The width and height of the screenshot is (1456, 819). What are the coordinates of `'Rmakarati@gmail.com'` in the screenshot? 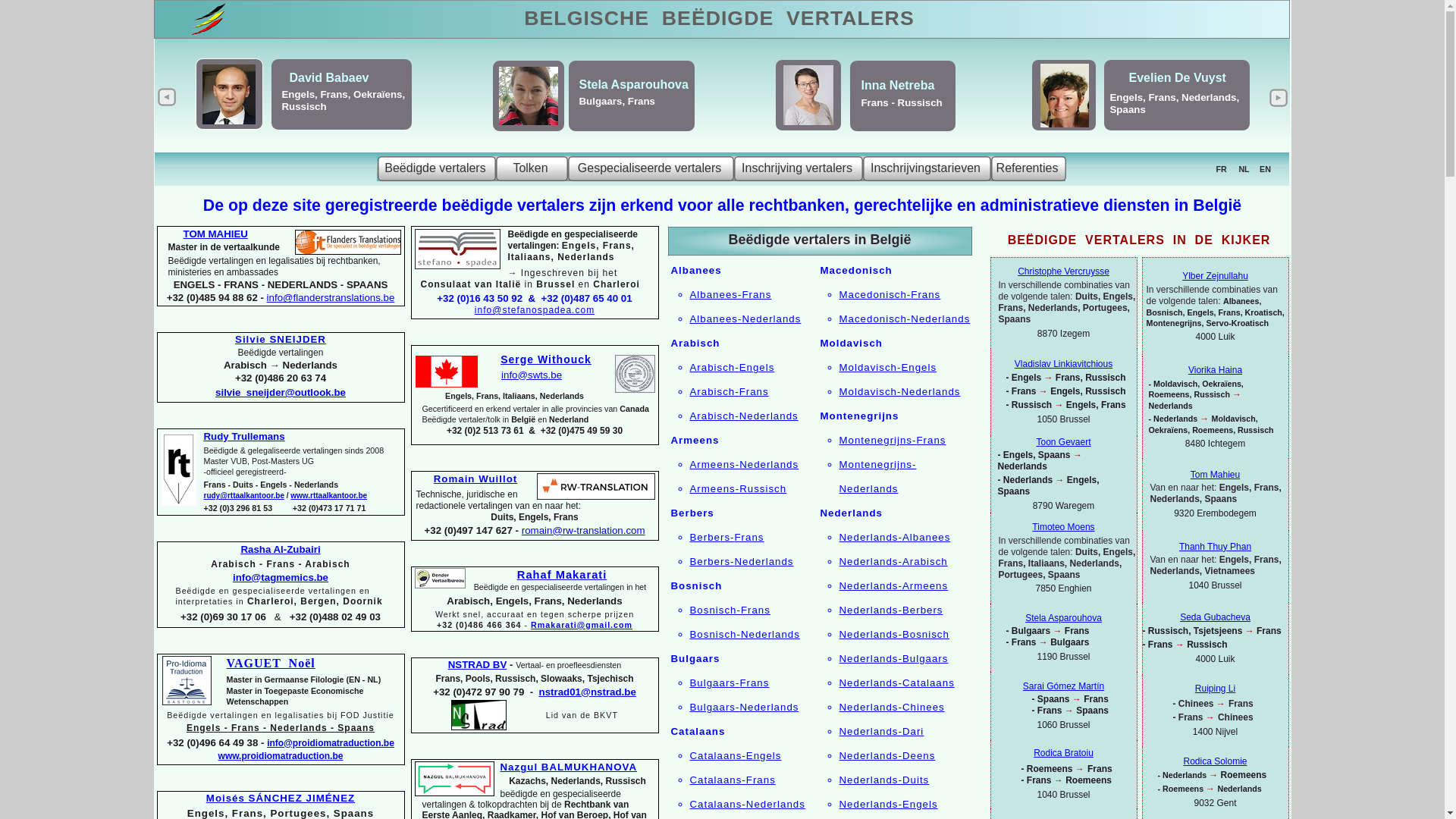 It's located at (531, 625).